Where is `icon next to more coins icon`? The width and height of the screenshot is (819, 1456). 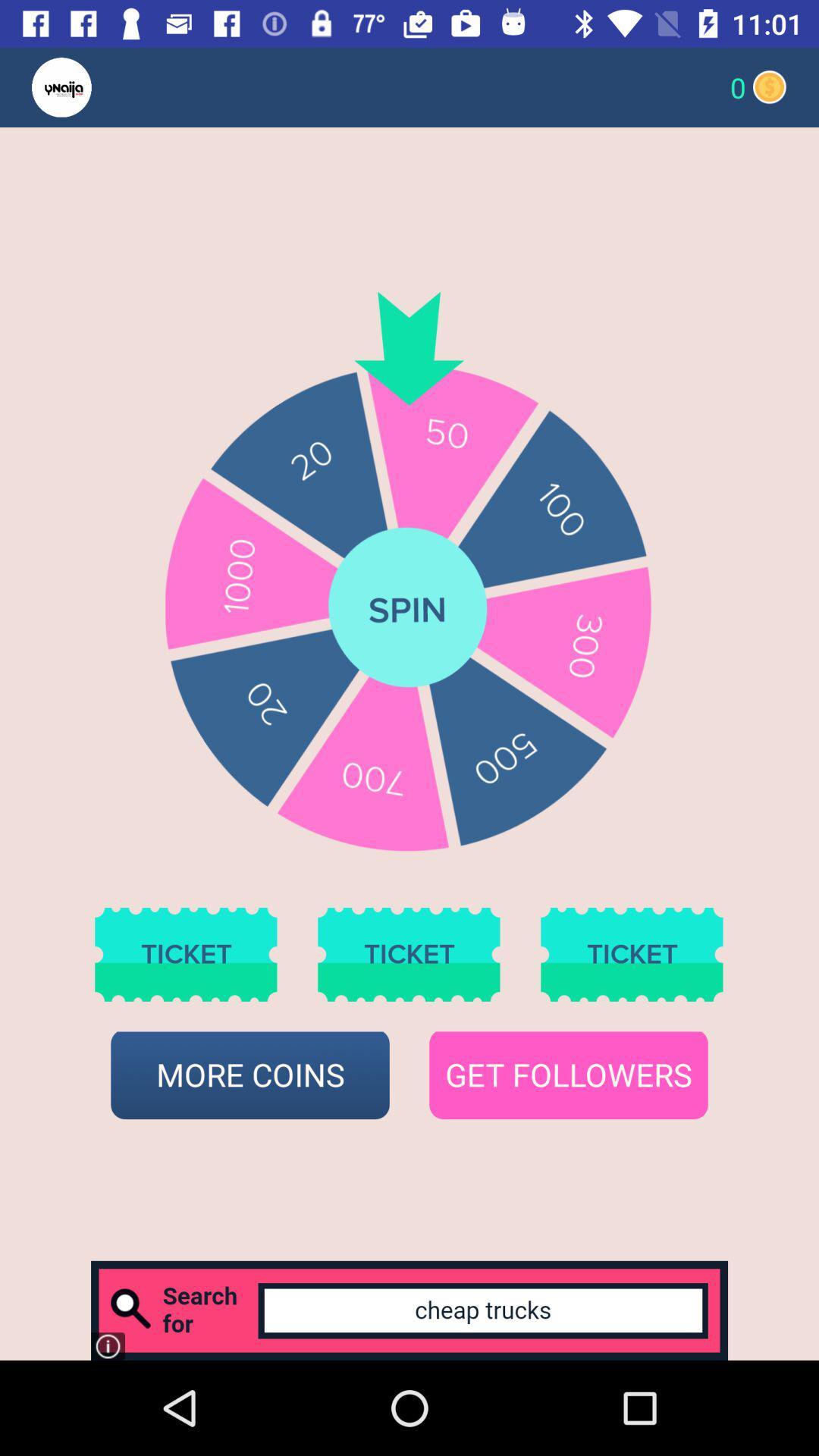
icon next to more coins icon is located at coordinates (568, 1075).